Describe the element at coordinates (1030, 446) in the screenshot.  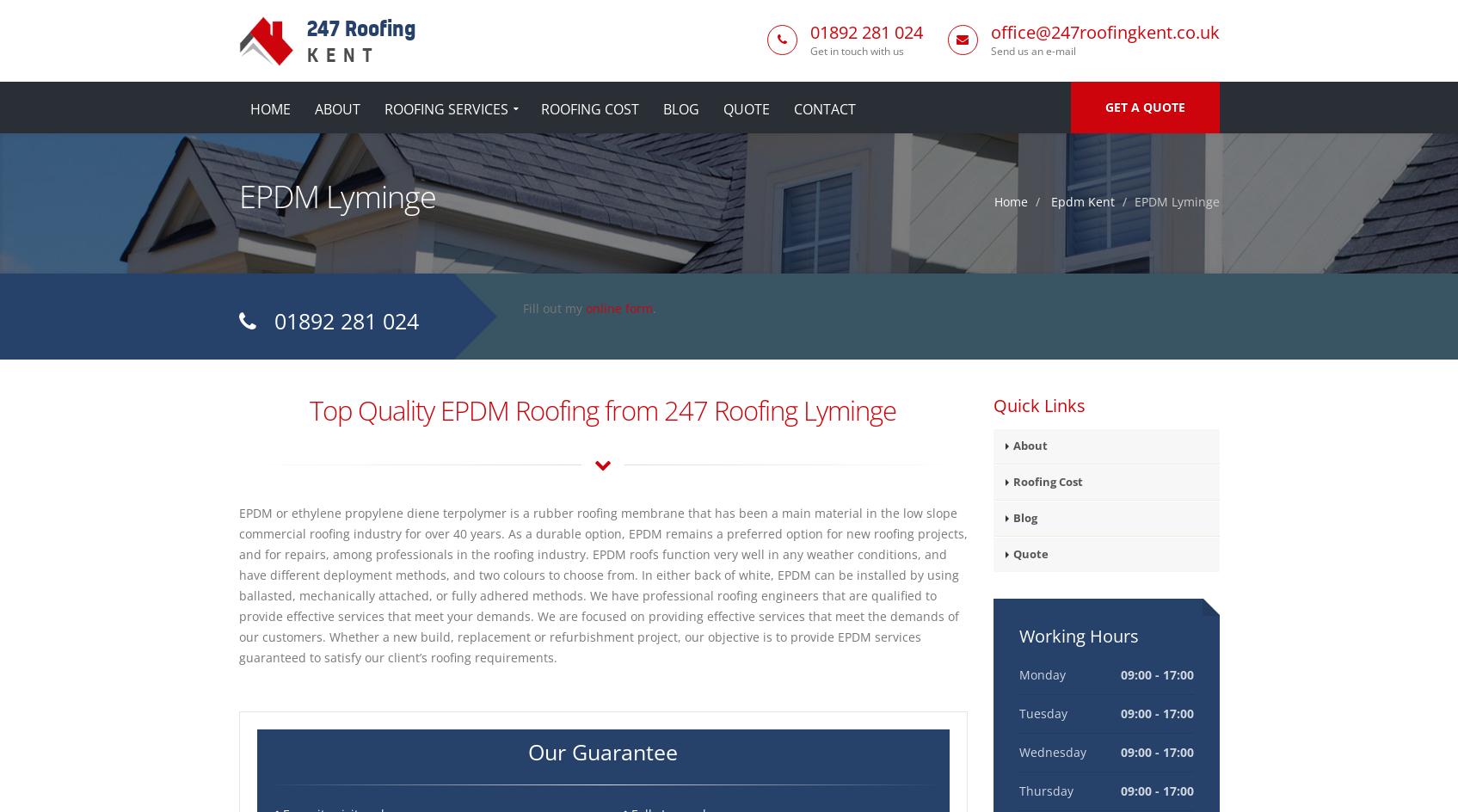
I see `'About'` at that location.